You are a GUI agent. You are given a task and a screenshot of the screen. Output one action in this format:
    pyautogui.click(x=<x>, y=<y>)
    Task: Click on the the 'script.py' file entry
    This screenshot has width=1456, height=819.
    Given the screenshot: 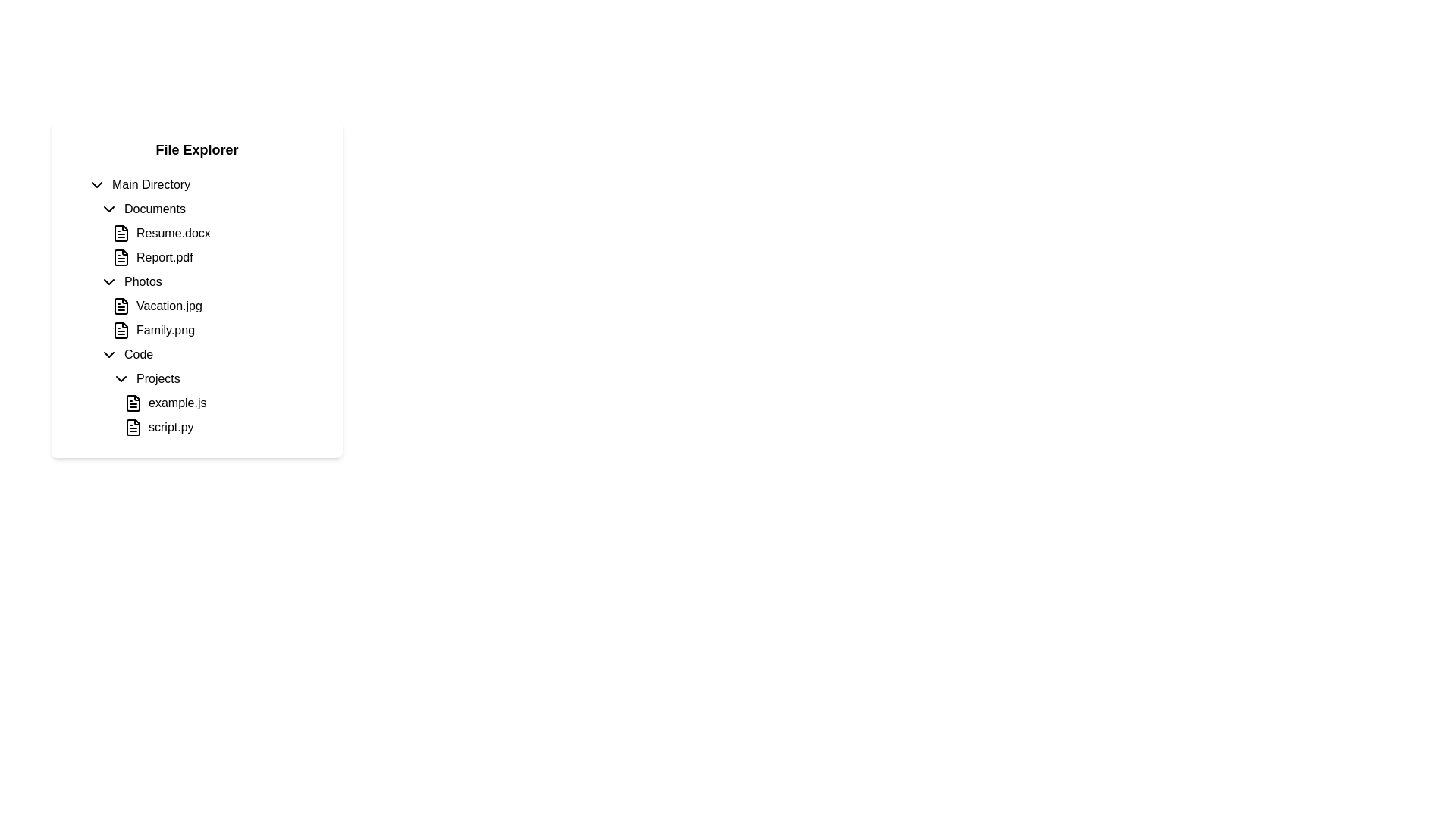 What is the action you would take?
    pyautogui.click(x=214, y=427)
    